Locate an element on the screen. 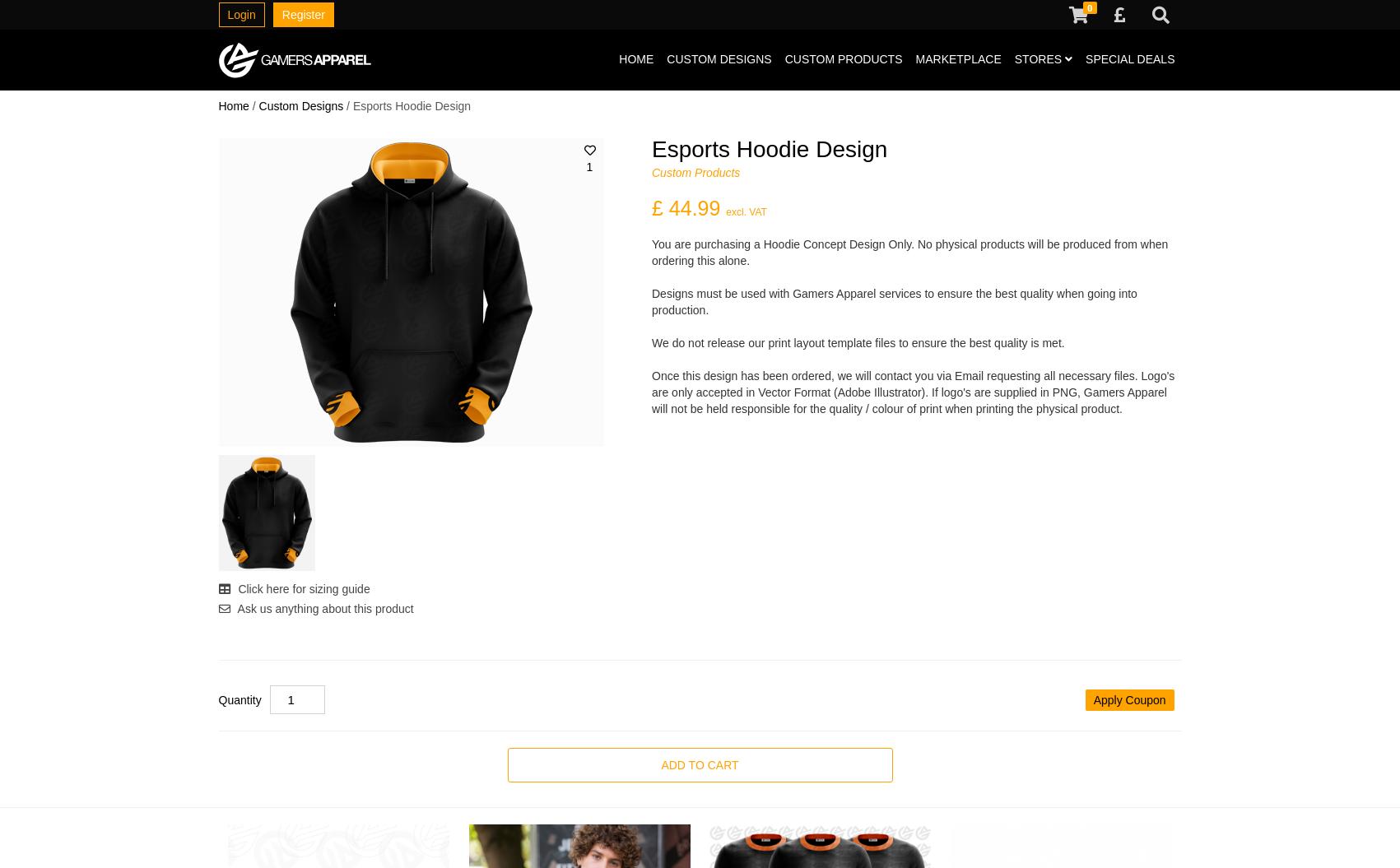  'You are purchasing a Hoodie Concept Design Only. No physical products will be produced from when ordering this alone.' is located at coordinates (651, 252).